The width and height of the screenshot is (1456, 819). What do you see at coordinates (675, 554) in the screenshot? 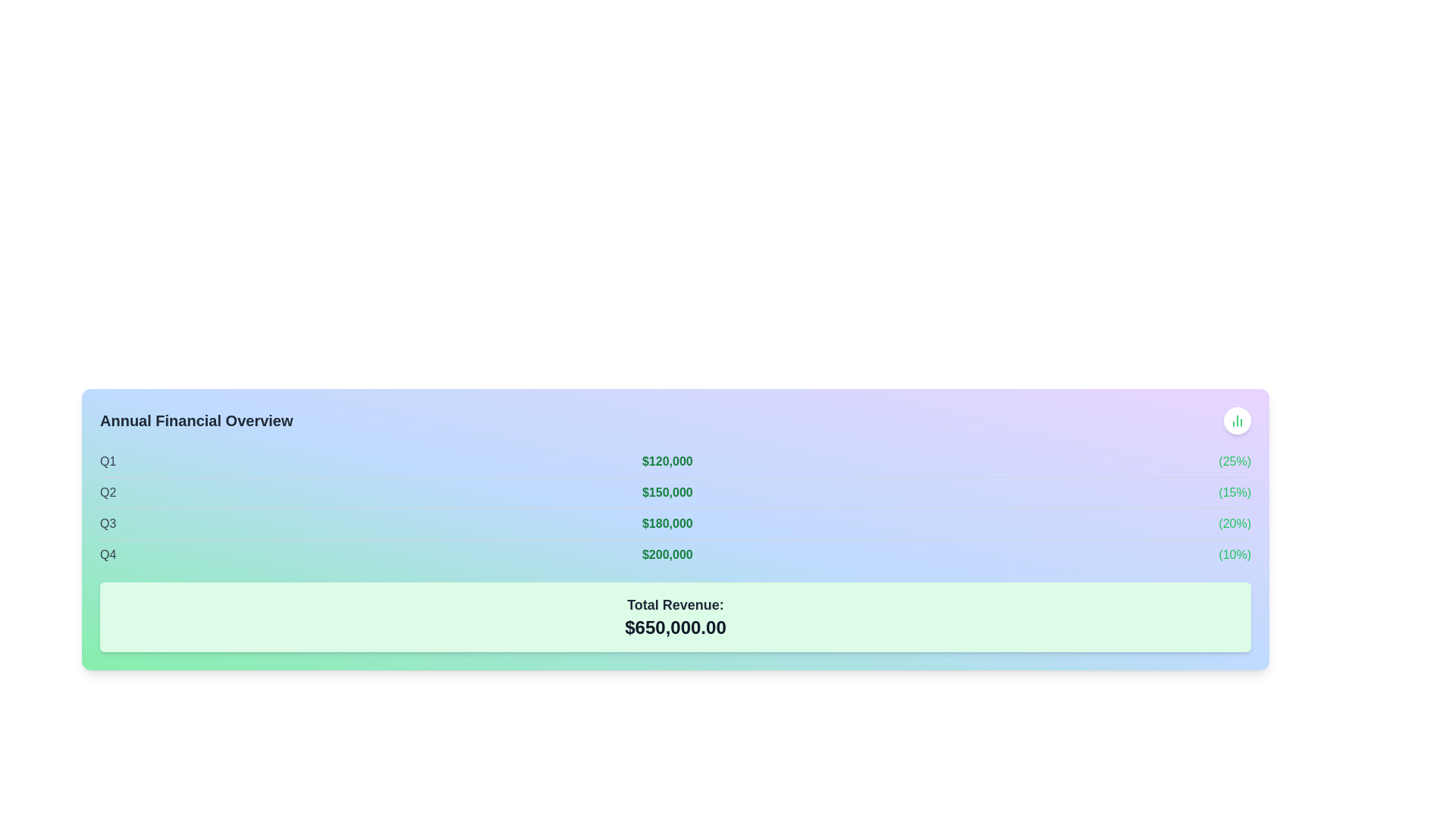
I see `the Text Grouping displaying 'Q4', '$200,000', and '(10%)' in the 'Annual Financial Overview' section, which is the fourth item in a vertical list` at bounding box center [675, 554].